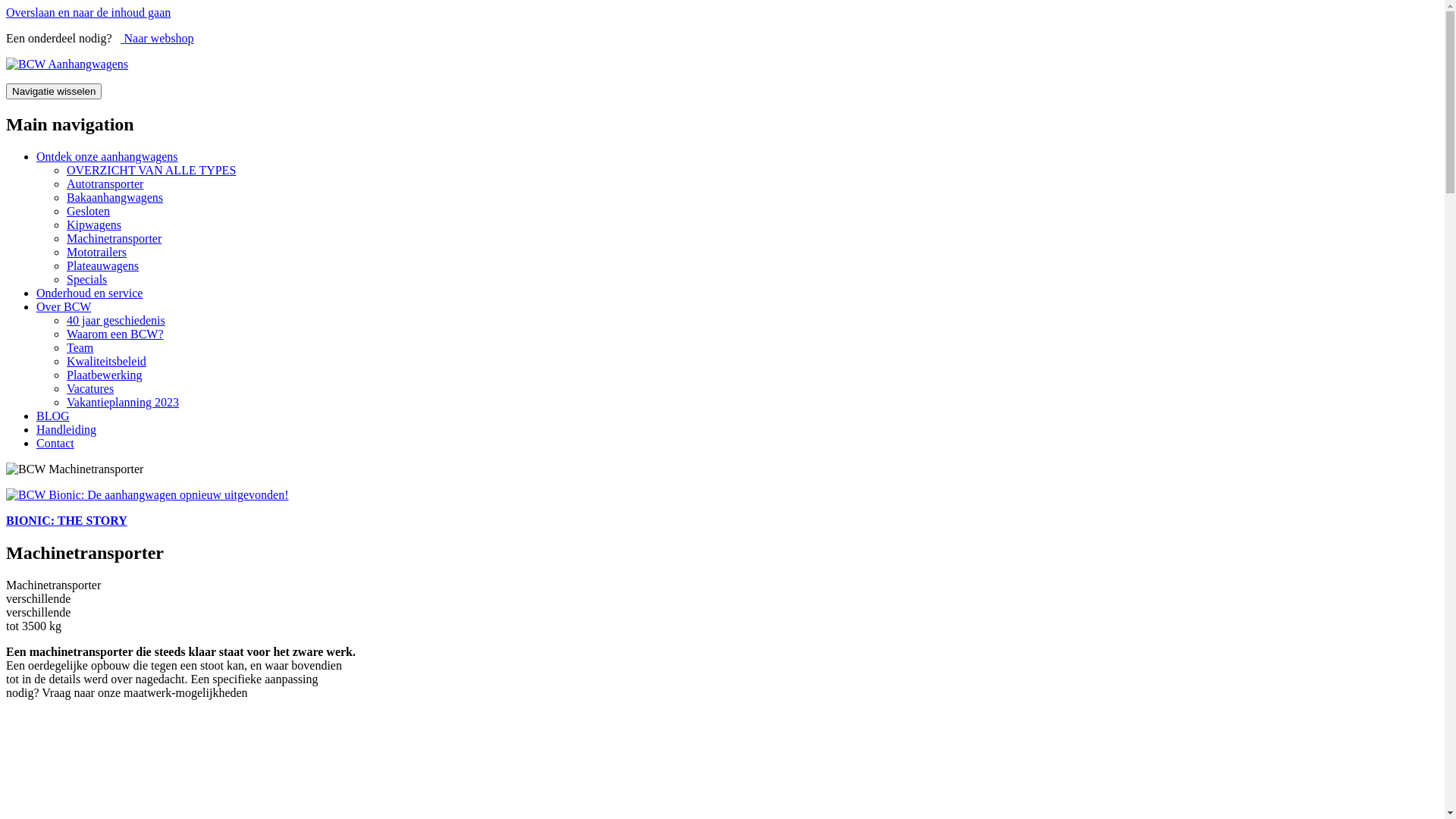  Describe the element at coordinates (96, 251) in the screenshot. I see `'Mototrailers'` at that location.